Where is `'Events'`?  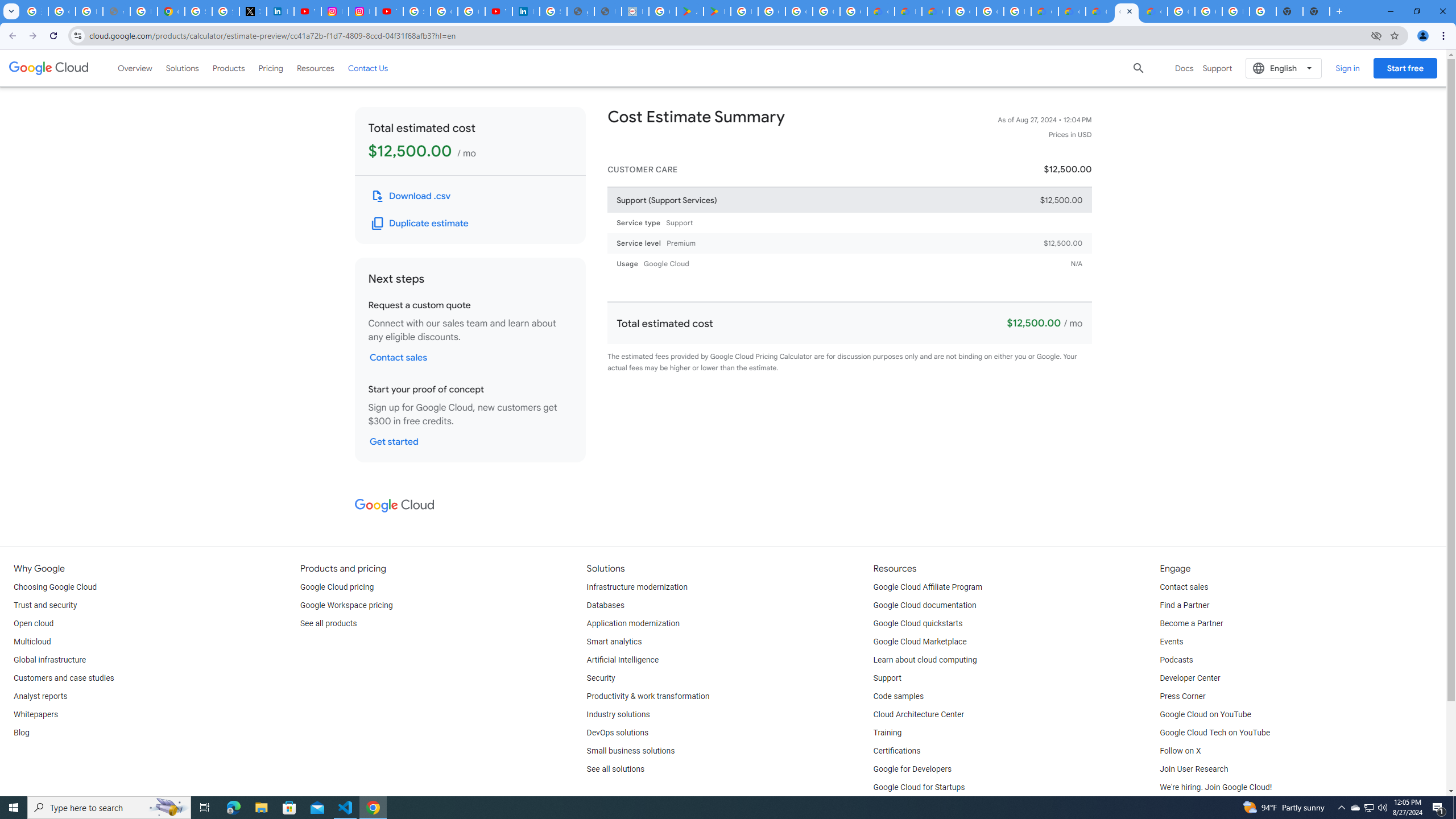
'Events' is located at coordinates (1170, 641).